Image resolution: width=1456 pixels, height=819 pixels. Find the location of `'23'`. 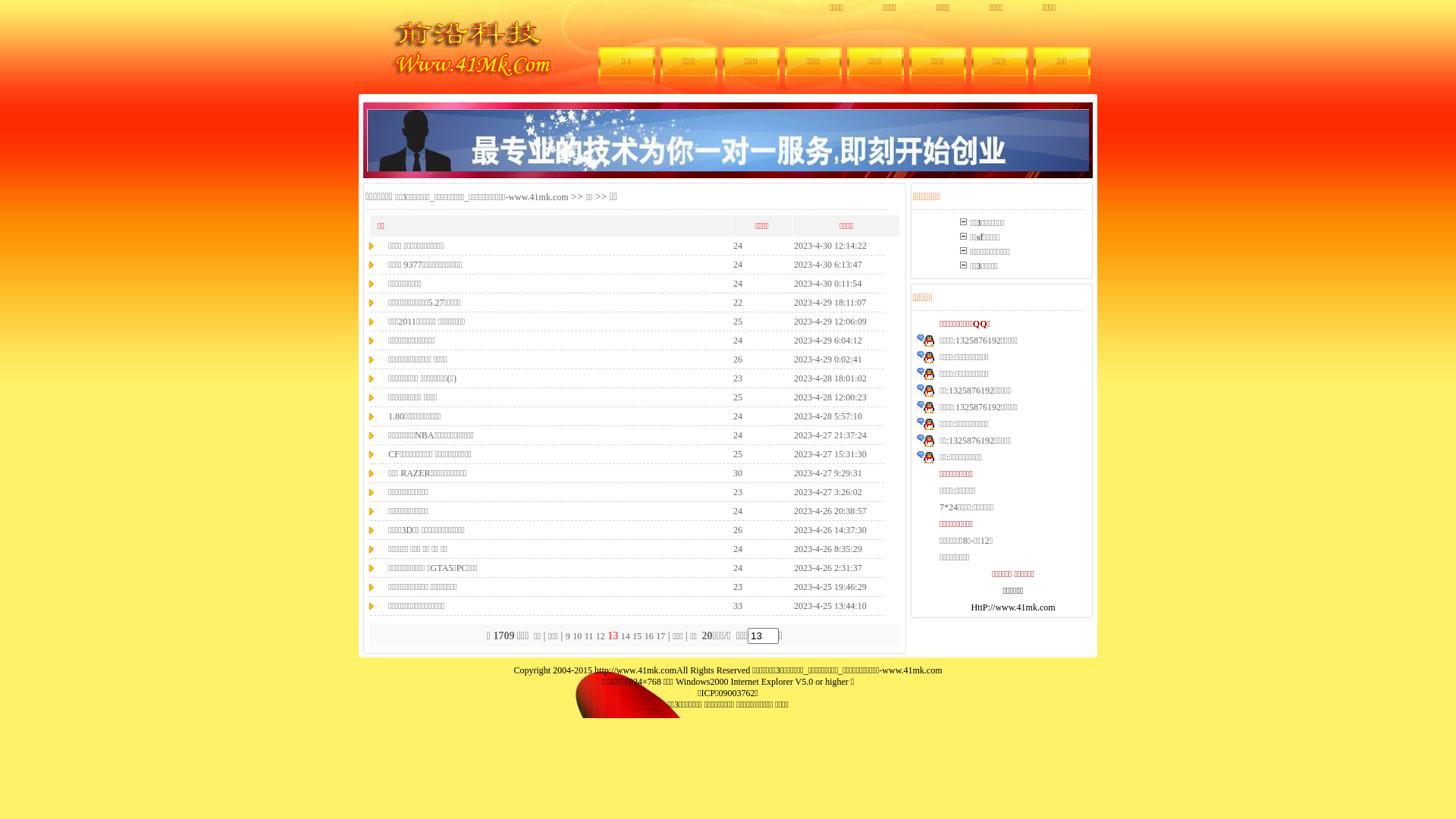

'23' is located at coordinates (738, 585).